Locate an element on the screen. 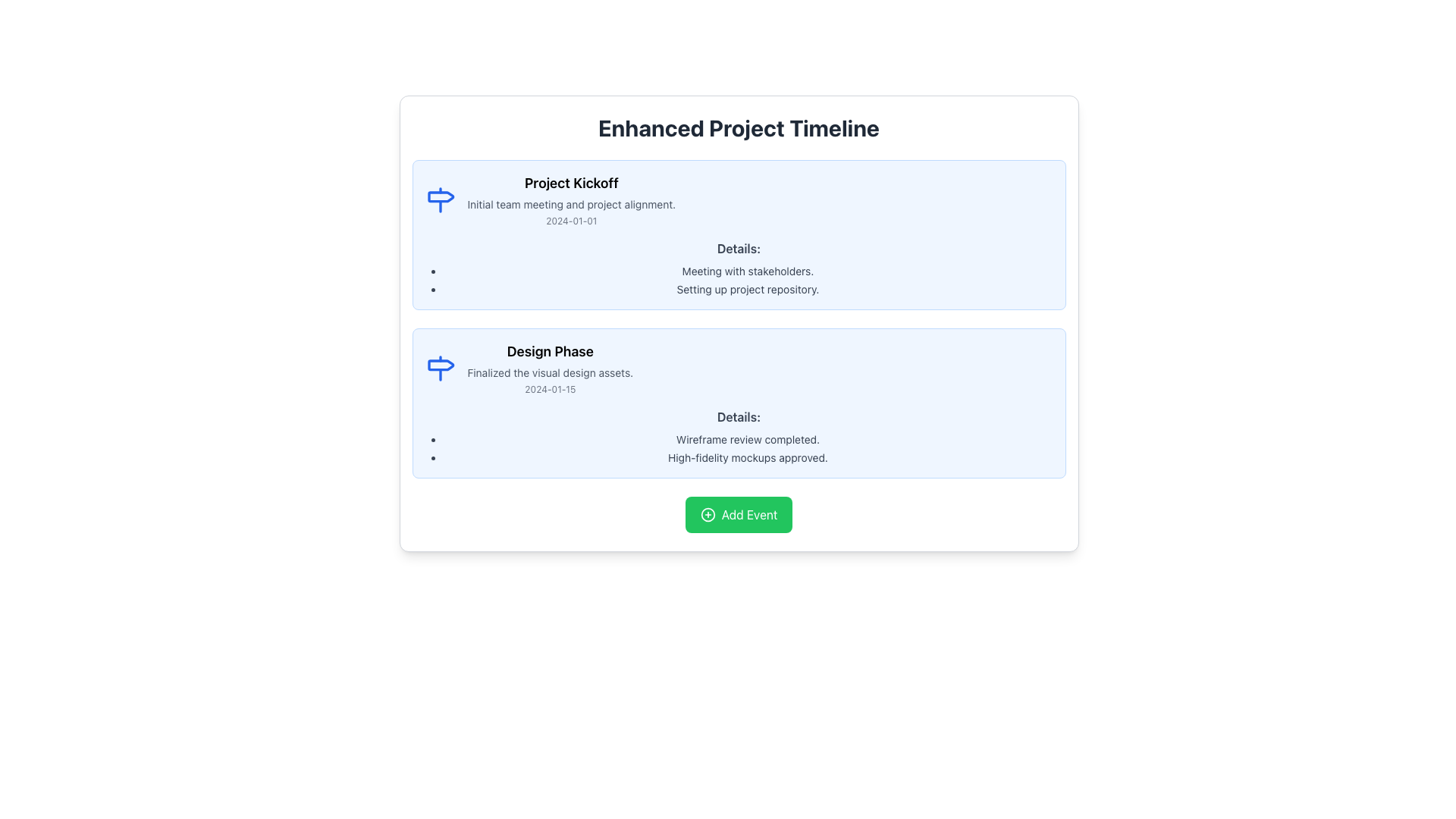 This screenshot has height=819, width=1456. the Header Text Label, which serves as the title for the section card located centrally at the top of the section is located at coordinates (549, 351).